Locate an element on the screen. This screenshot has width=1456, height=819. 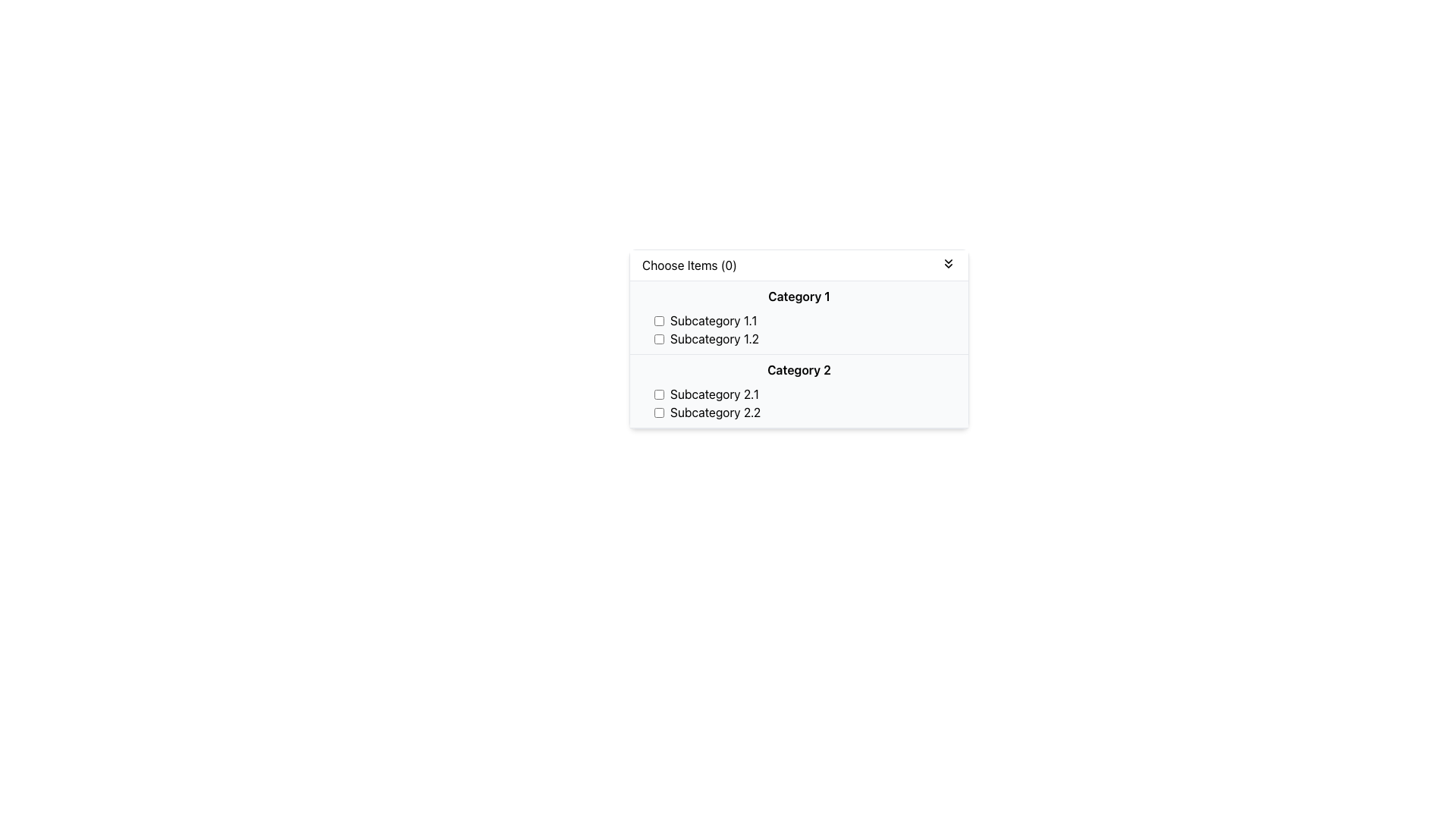
the double-chevron icon pointing downwards located on the right side of the 'Choose Items (0)' bar is located at coordinates (948, 262).